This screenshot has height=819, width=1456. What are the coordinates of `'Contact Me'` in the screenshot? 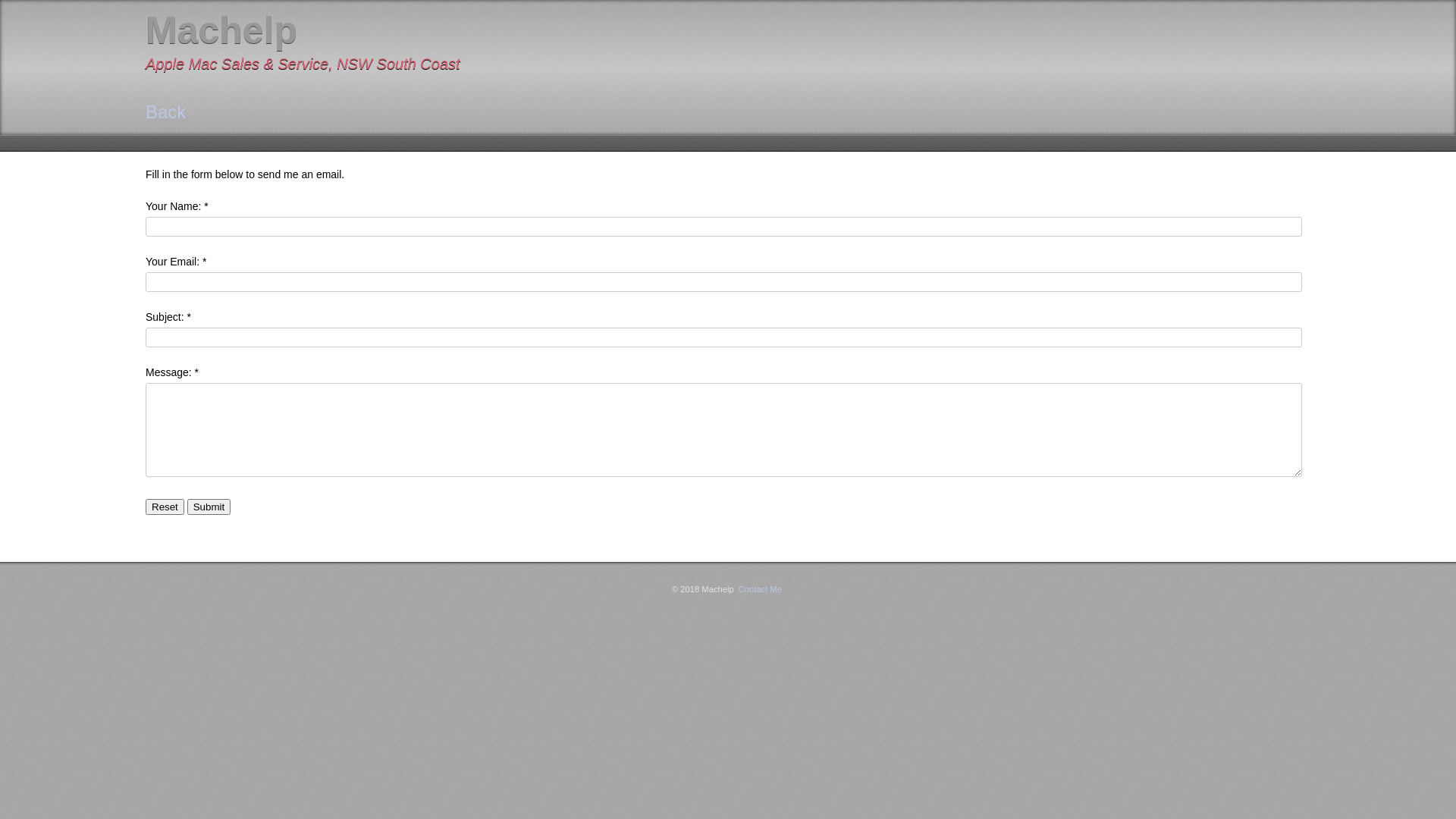 It's located at (760, 588).